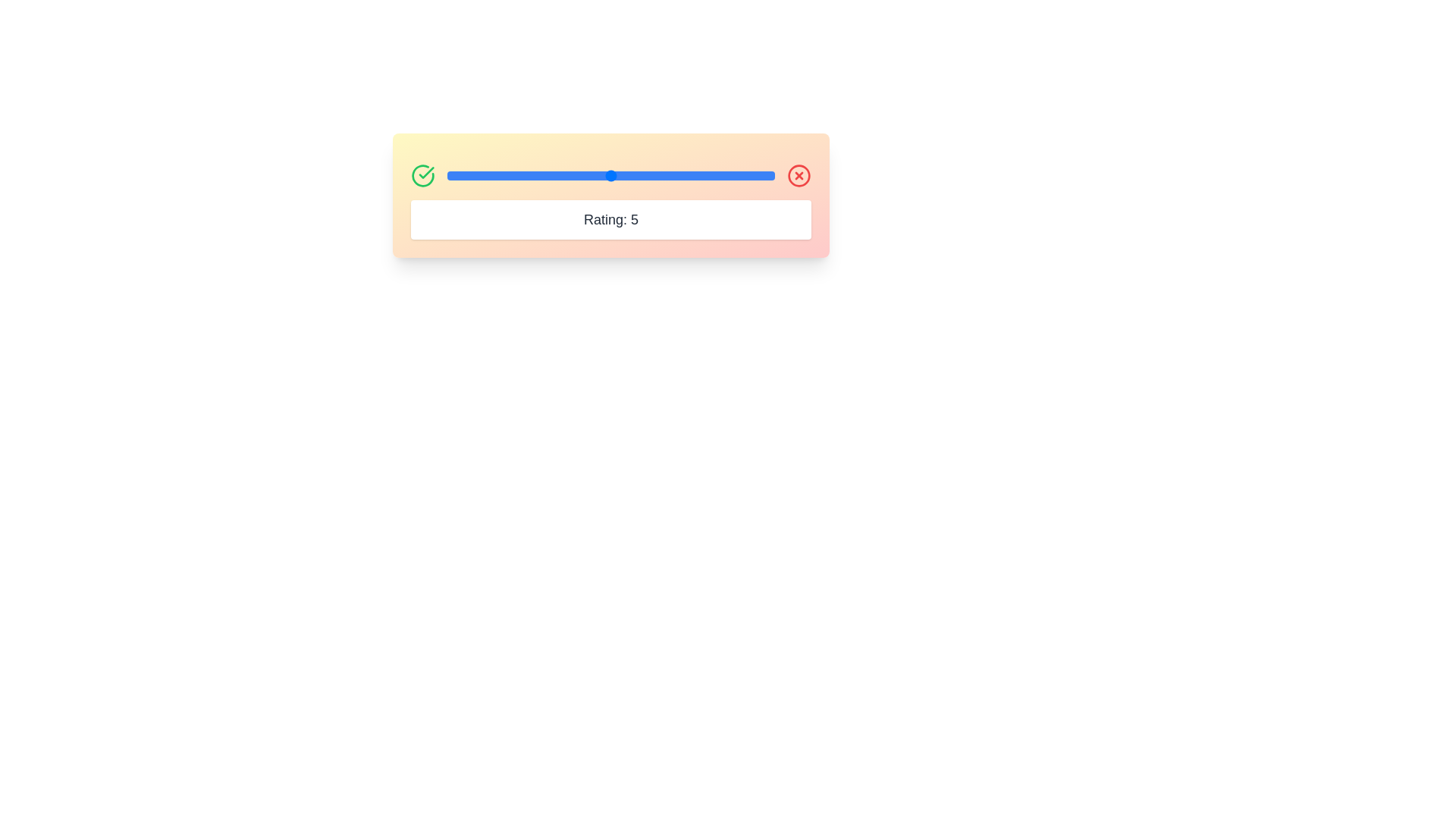  Describe the element at coordinates (644, 174) in the screenshot. I see `the slider value` at that location.